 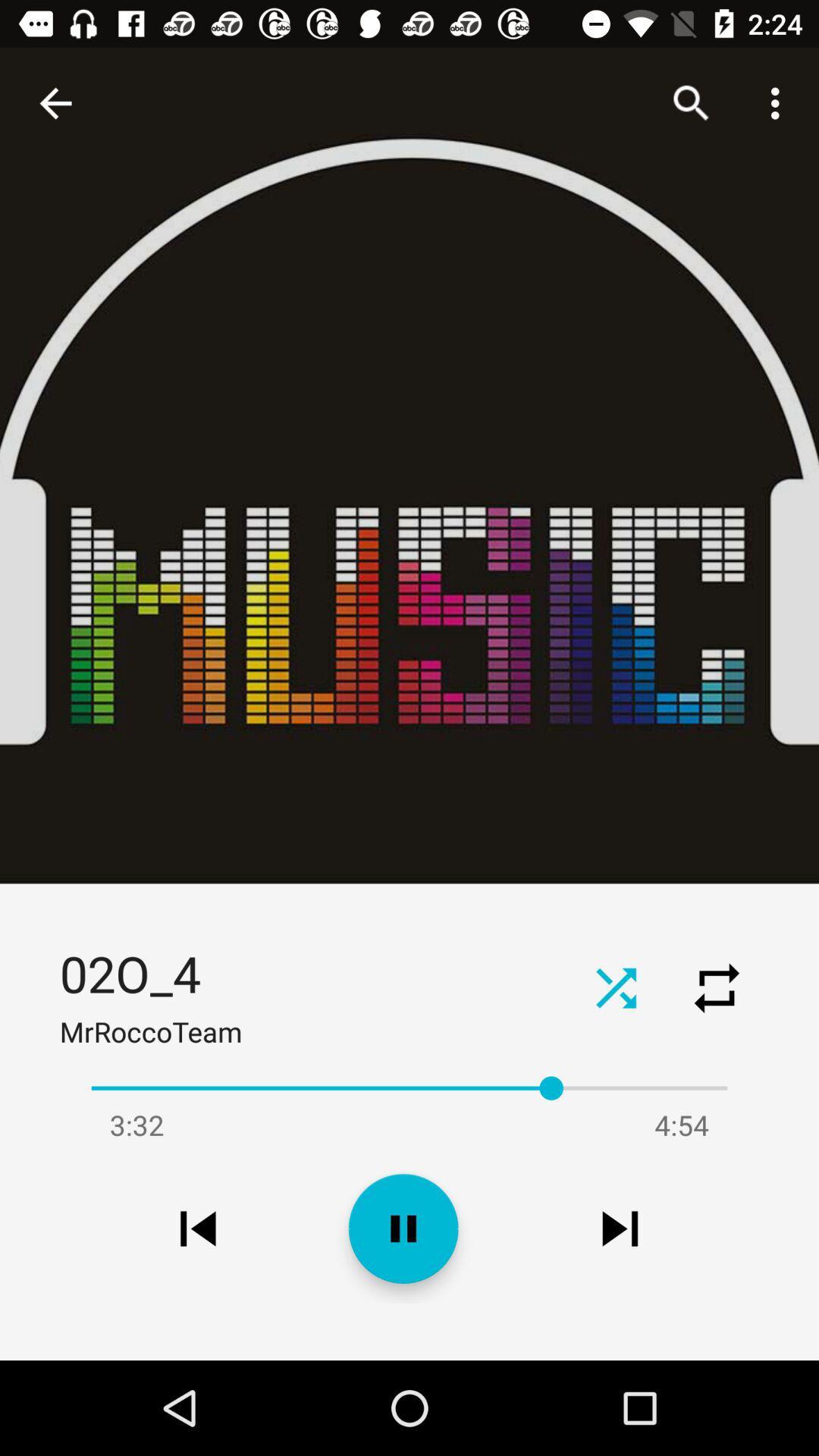 What do you see at coordinates (616, 987) in the screenshot?
I see `icon to the right of mrroccoteam item` at bounding box center [616, 987].